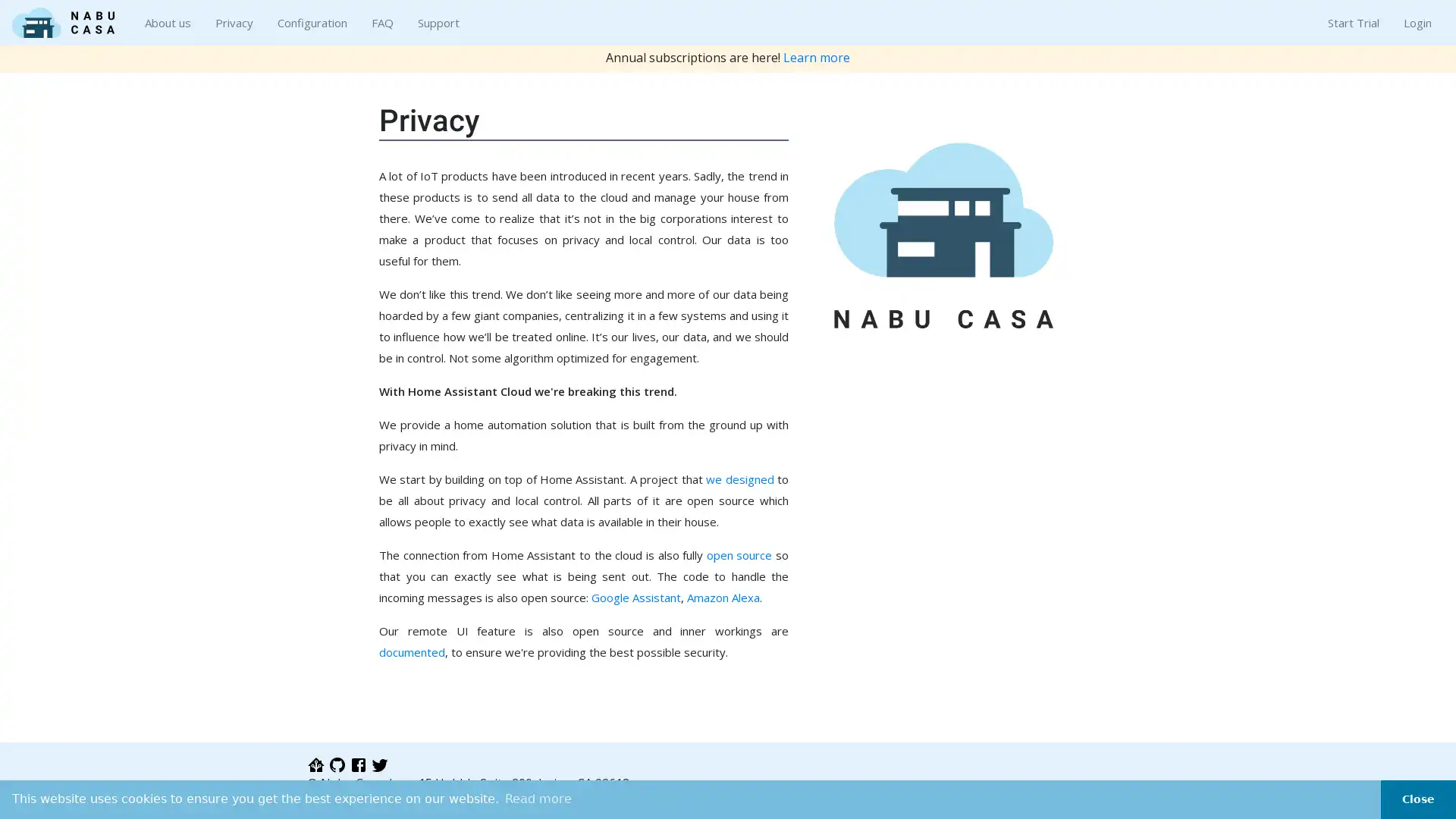 The image size is (1456, 819). I want to click on learn more about cookies, so click(538, 798).